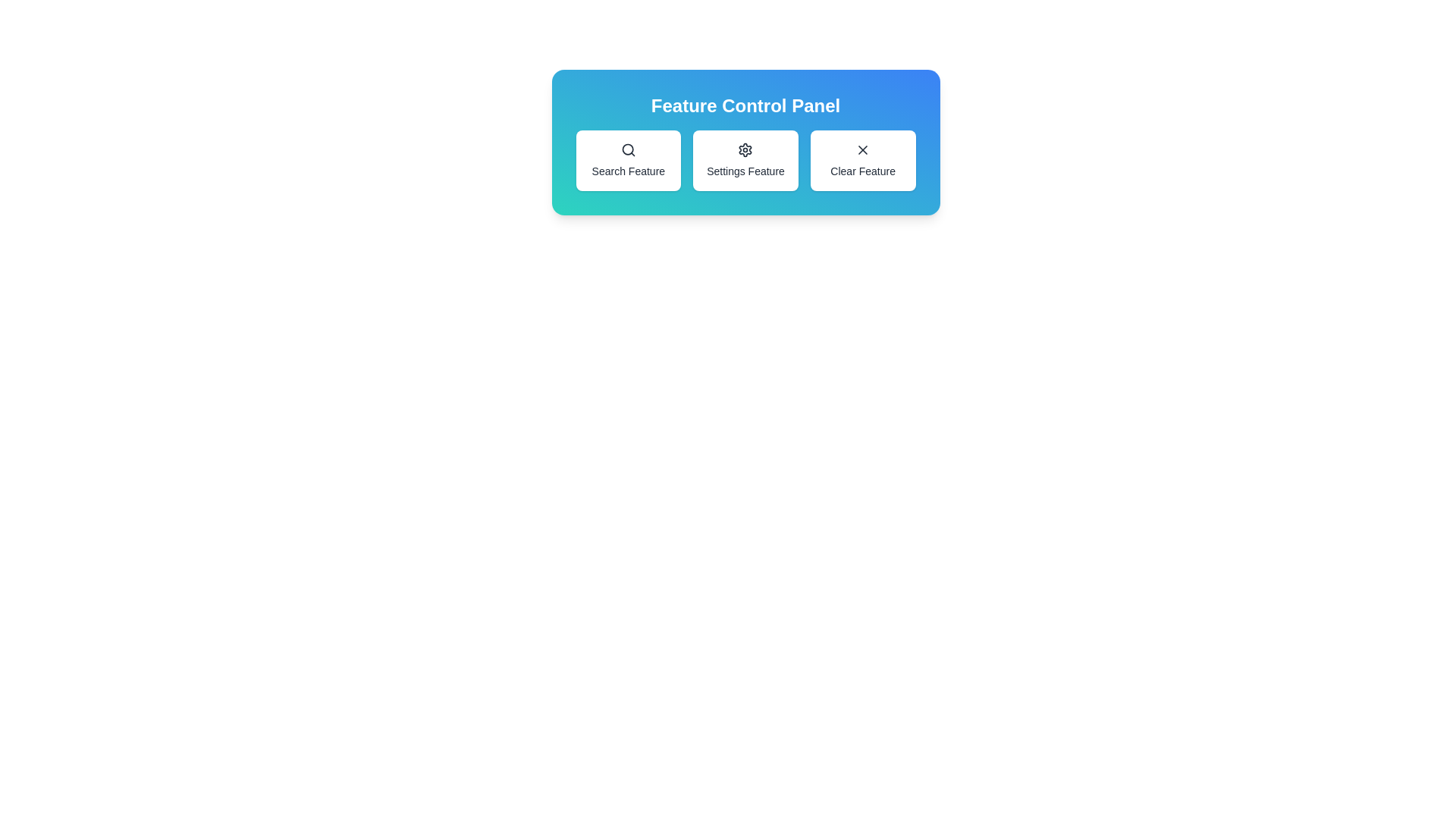 This screenshot has height=819, width=1456. I want to click on the small, X-shaped icon located within the third rectangular box labeled 'Clear Feature' in the 'Feature Control Panel', so click(863, 149).